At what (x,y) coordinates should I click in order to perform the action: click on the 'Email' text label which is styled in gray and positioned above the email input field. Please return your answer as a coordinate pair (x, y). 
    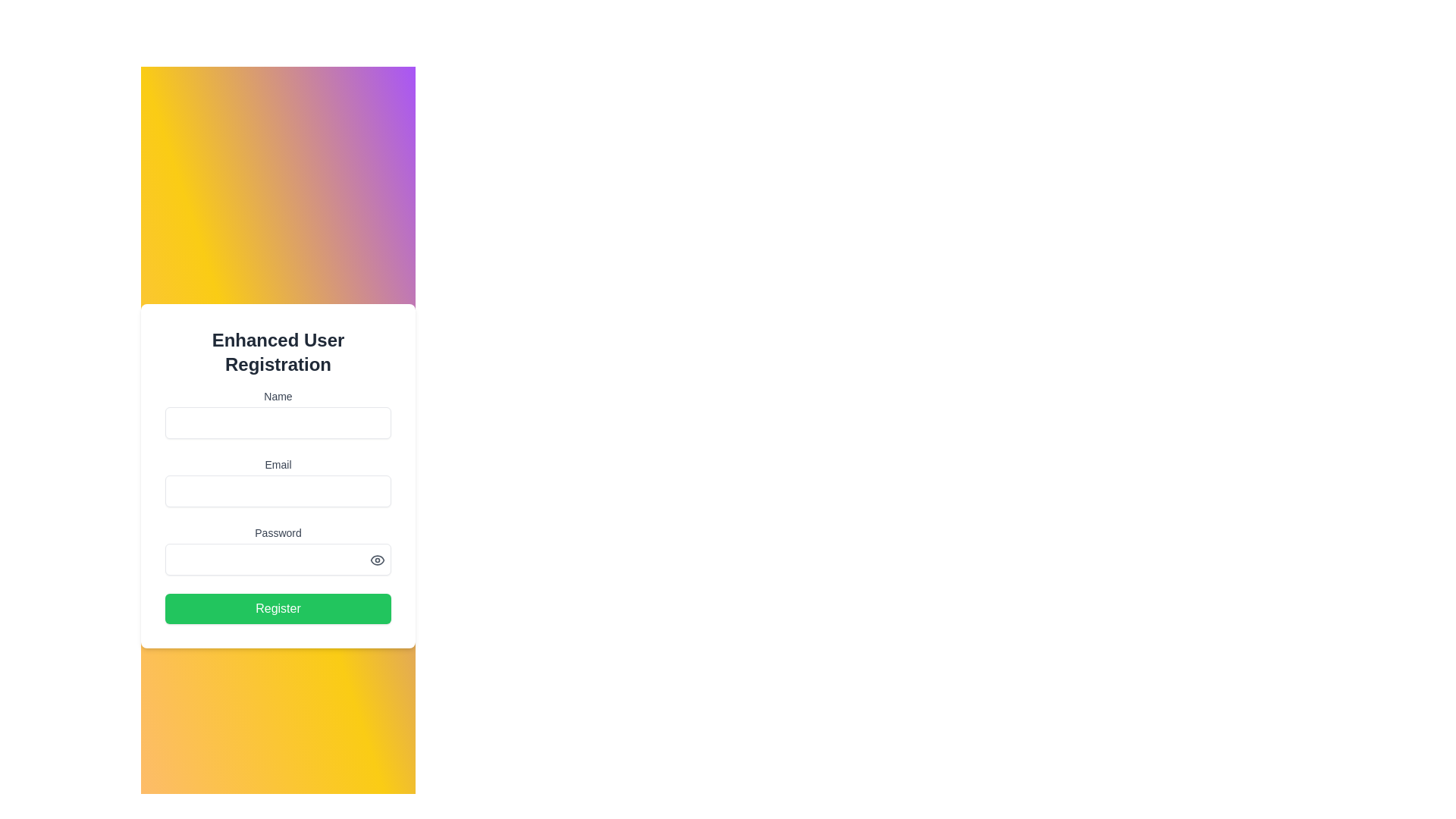
    Looking at the image, I should click on (278, 464).